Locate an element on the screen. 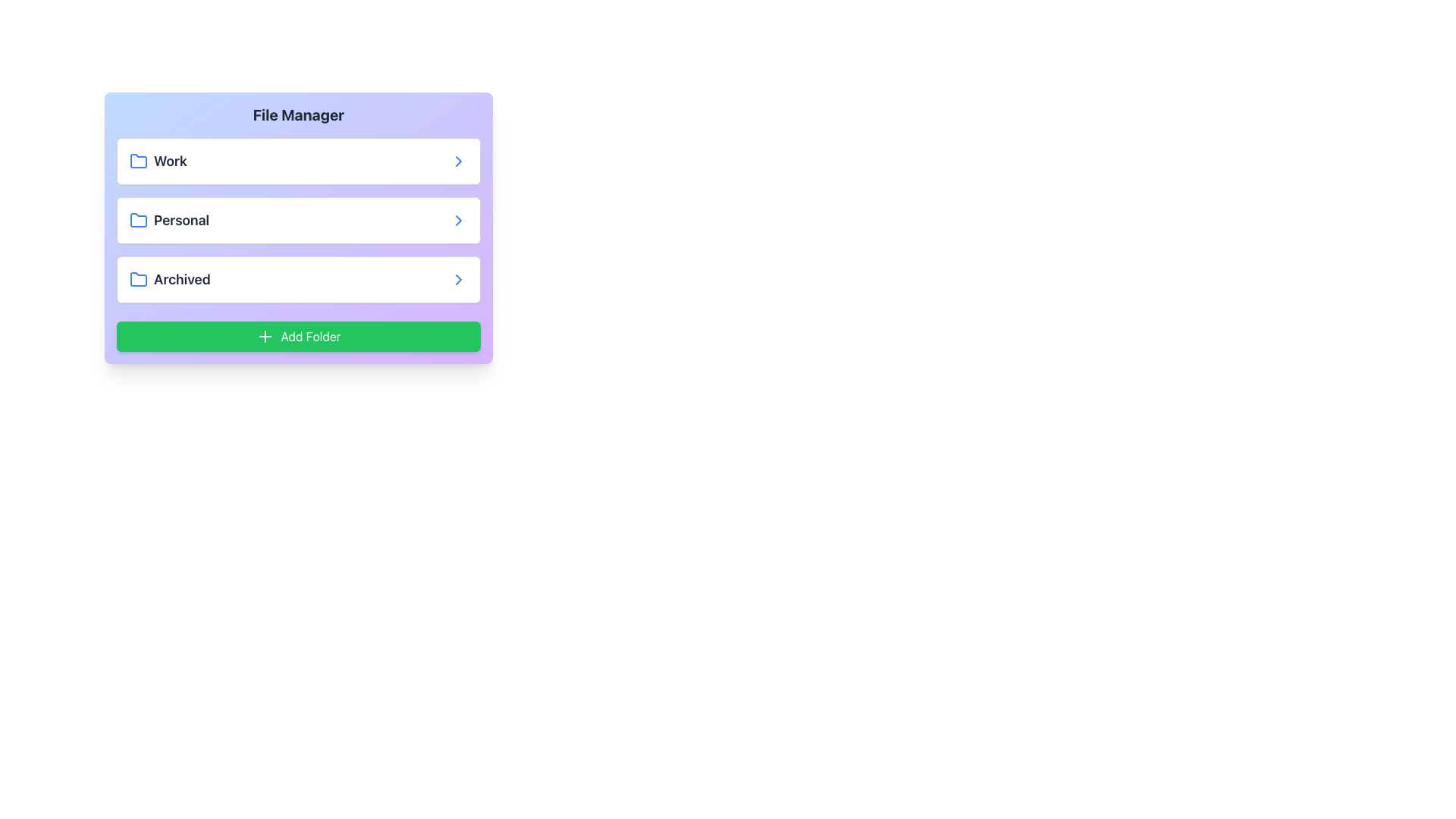 The height and width of the screenshot is (819, 1456). the 'Work' folder option in the first row of the File Manager panel is located at coordinates (158, 161).